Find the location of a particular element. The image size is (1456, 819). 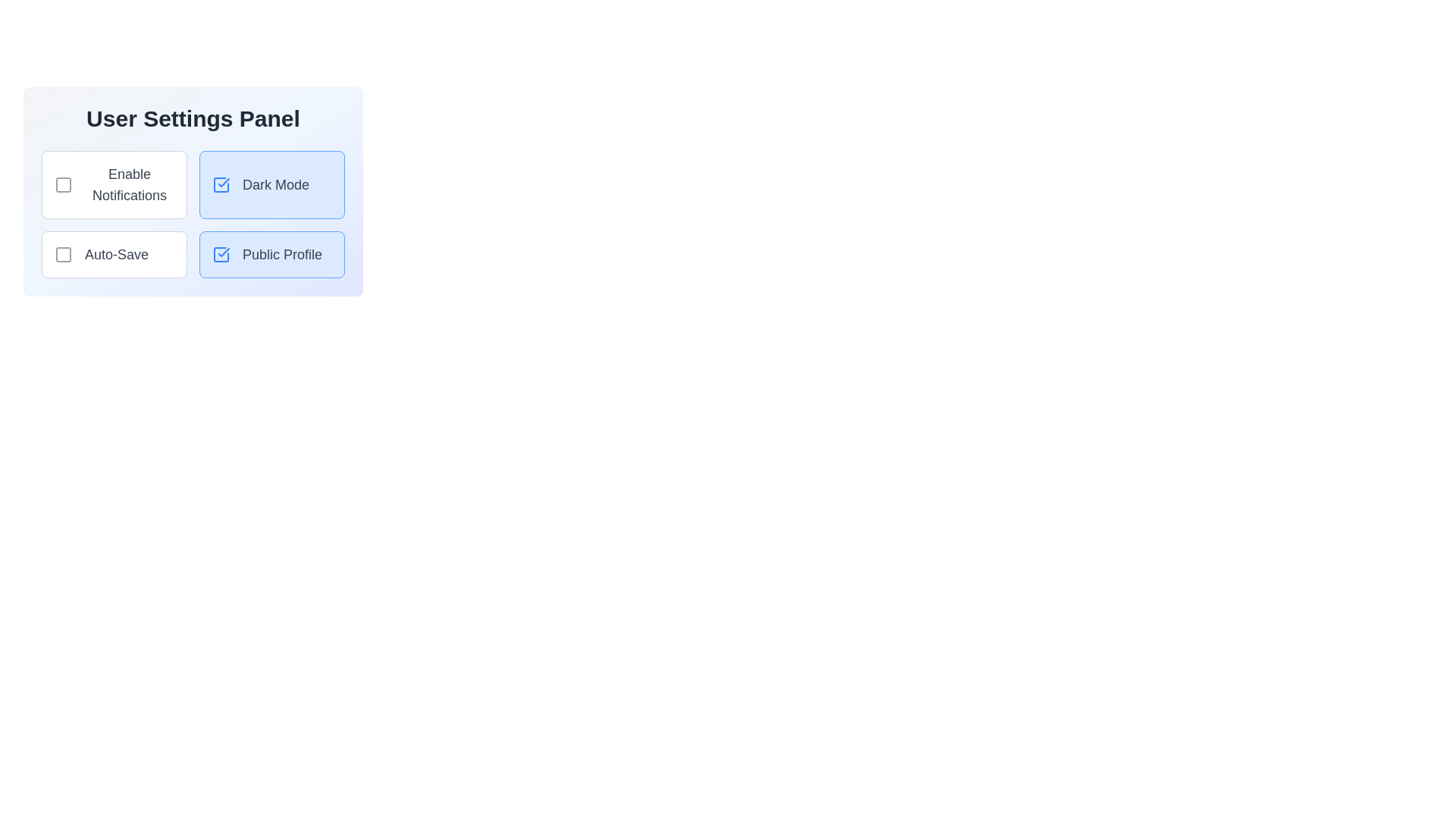

the 'Auto-Save' checkbox element with a grey border and white background is located at coordinates (113, 253).